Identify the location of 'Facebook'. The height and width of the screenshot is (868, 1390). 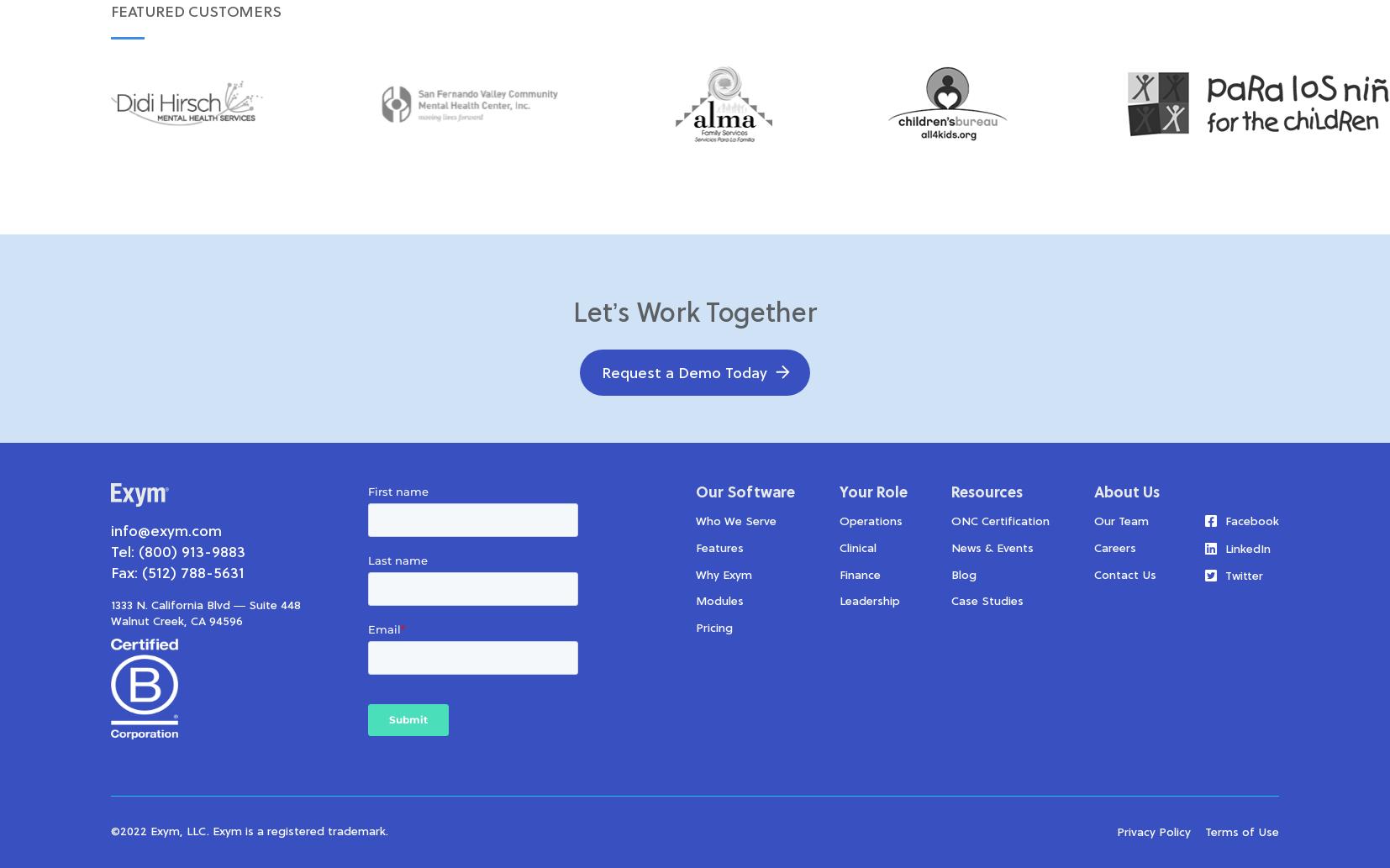
(1251, 521).